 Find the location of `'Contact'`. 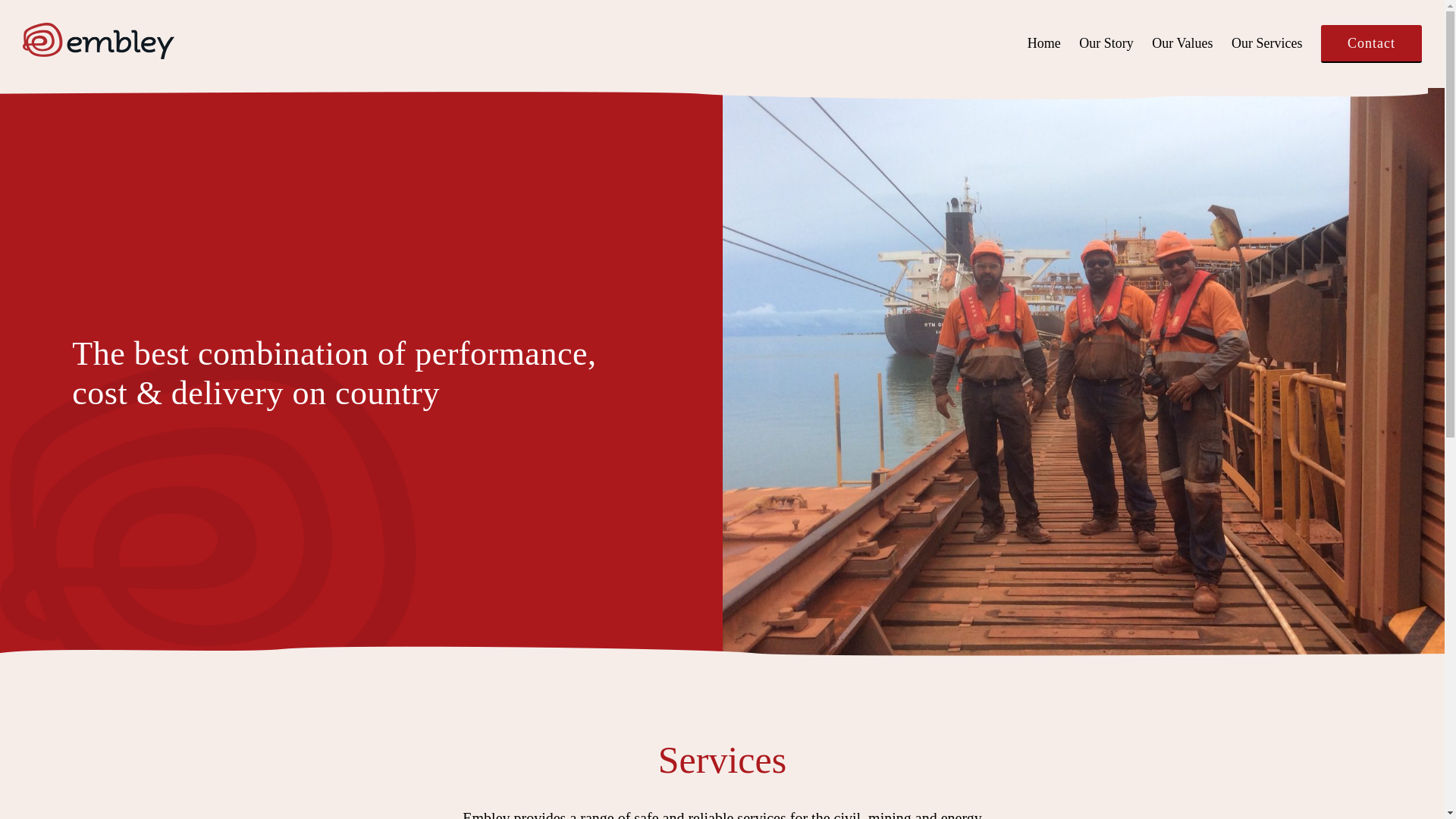

'Contact' is located at coordinates (1371, 42).